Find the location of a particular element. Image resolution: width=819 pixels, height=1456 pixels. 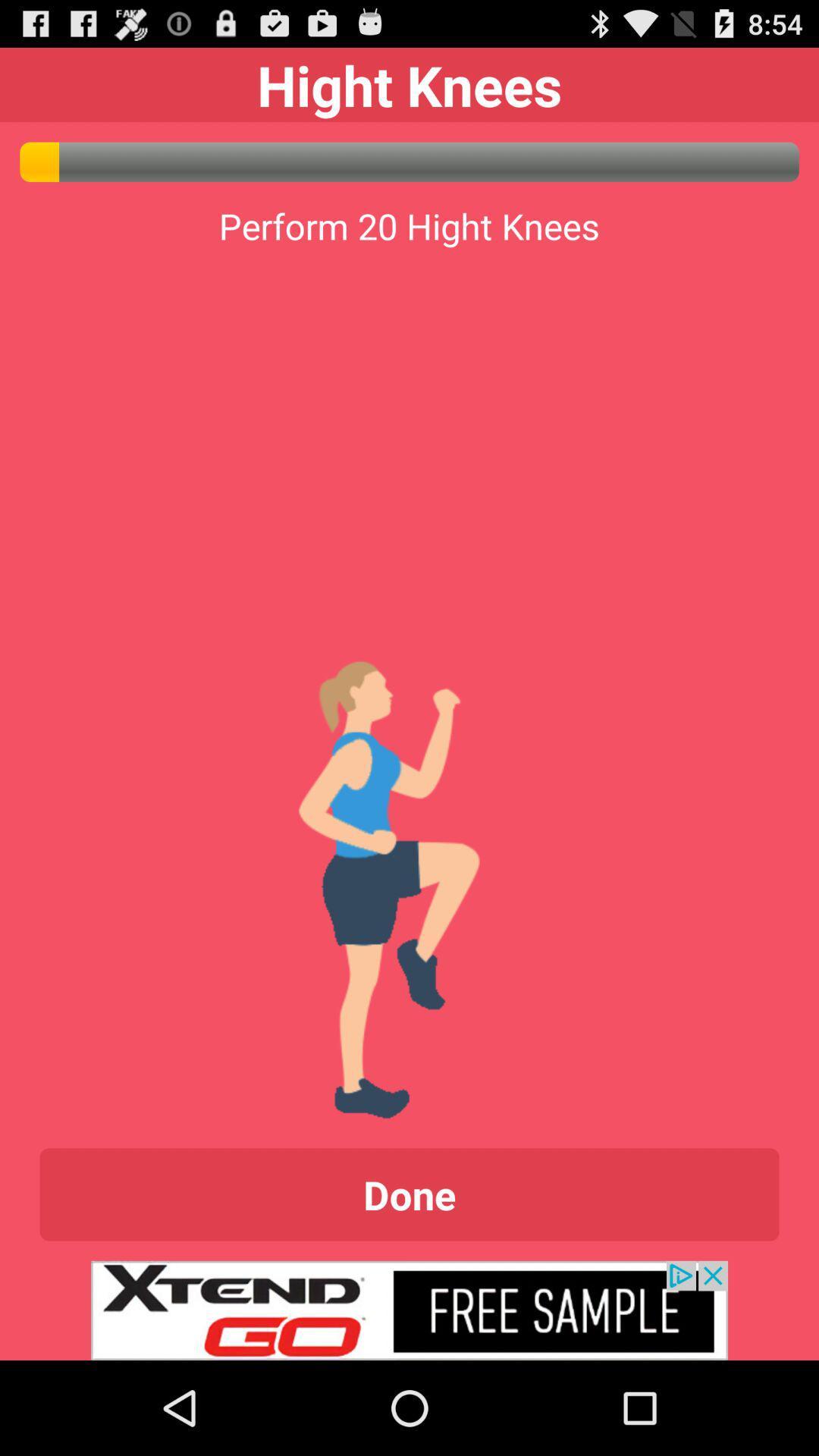

open advertisement is located at coordinates (409, 1310).